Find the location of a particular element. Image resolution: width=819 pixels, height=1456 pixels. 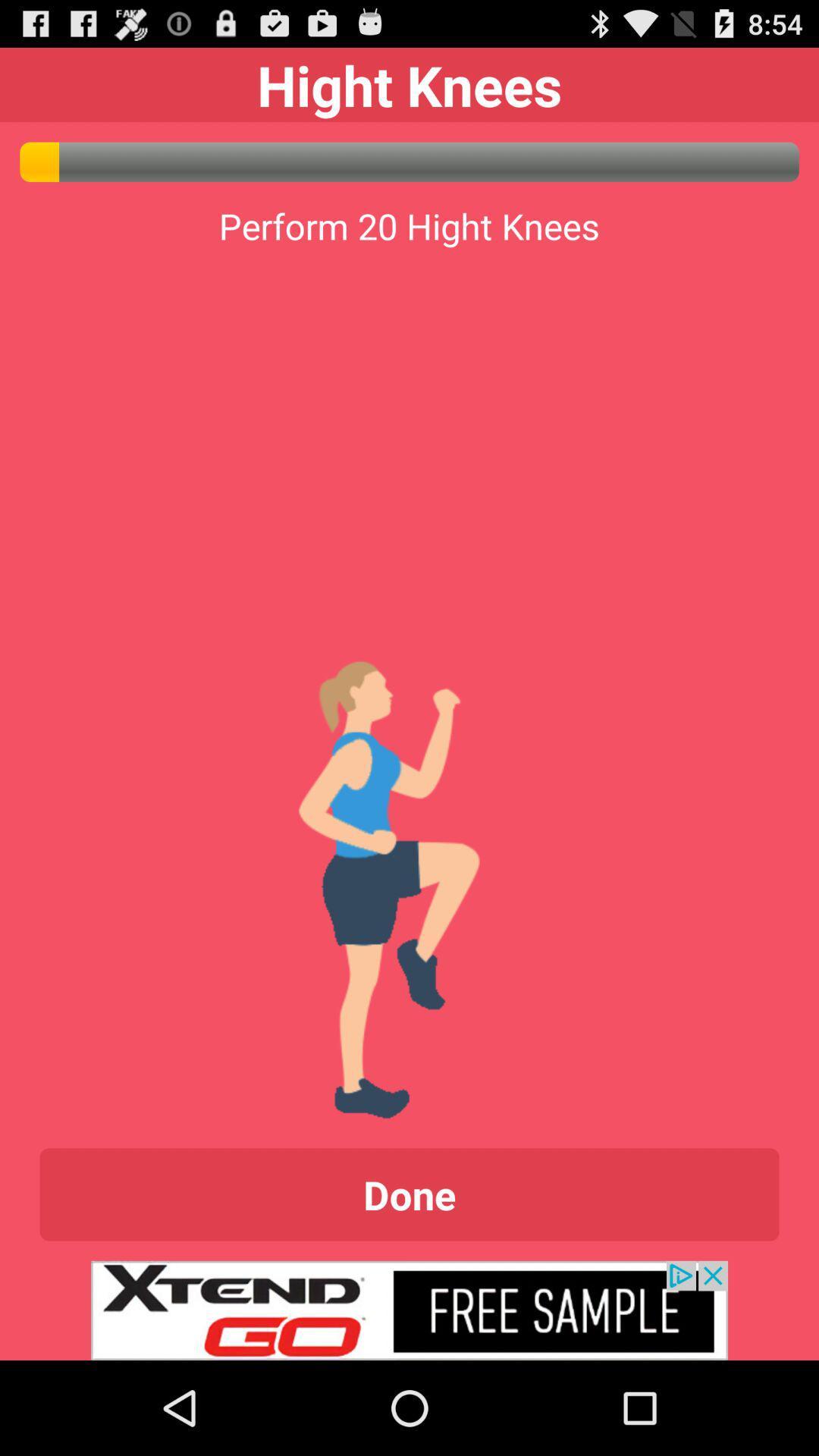

open advertisement is located at coordinates (409, 1310).